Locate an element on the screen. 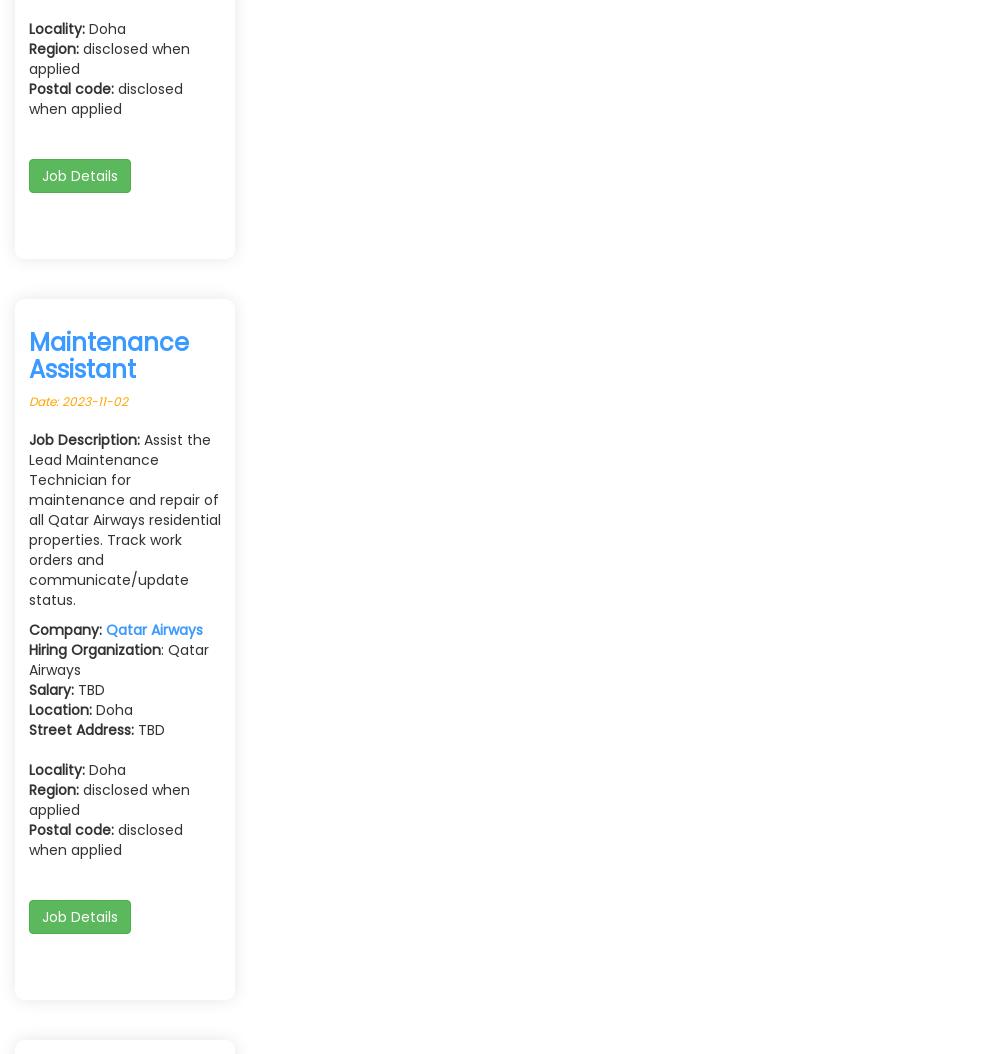  'Hiring Organization' is located at coordinates (28, 650).